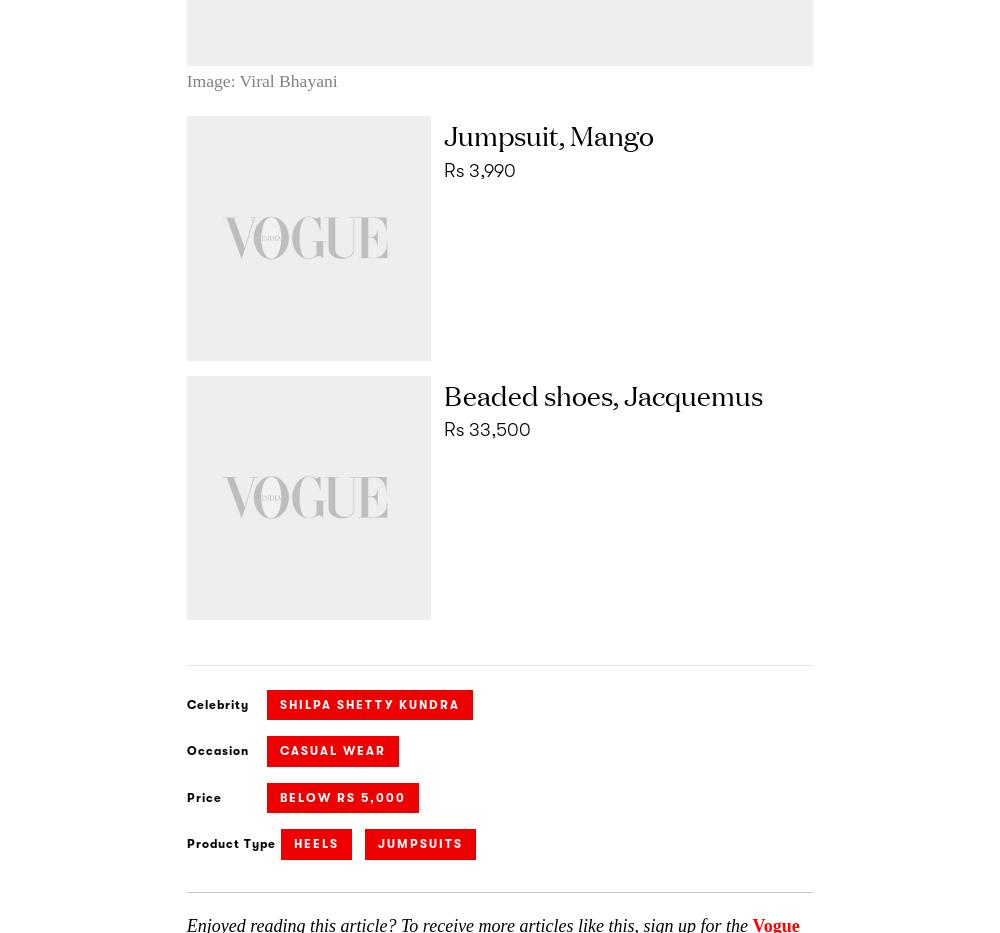 The image size is (1000, 933). I want to click on 'Product Type', so click(229, 842).